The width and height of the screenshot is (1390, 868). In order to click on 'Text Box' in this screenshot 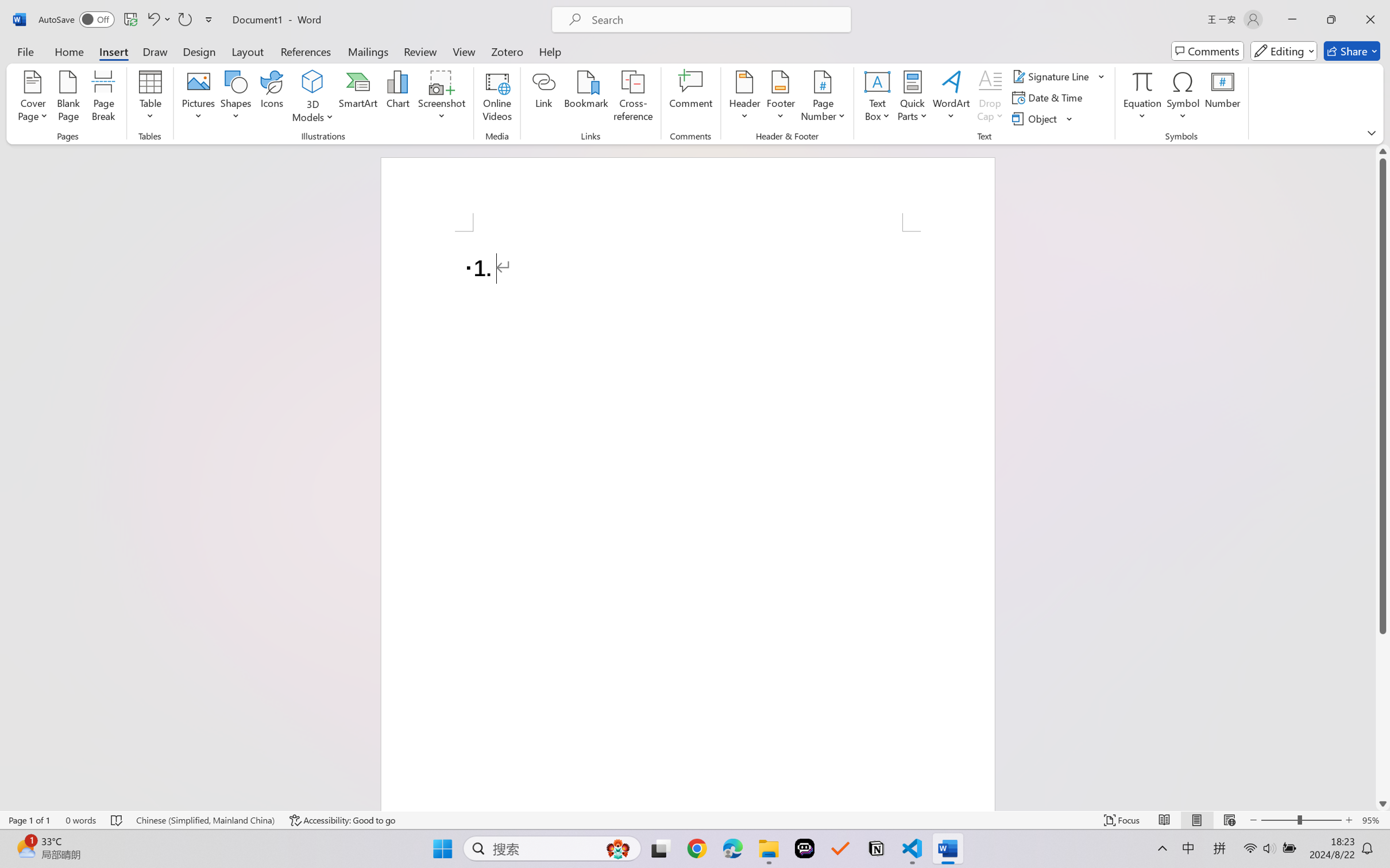, I will do `click(877, 98)`.